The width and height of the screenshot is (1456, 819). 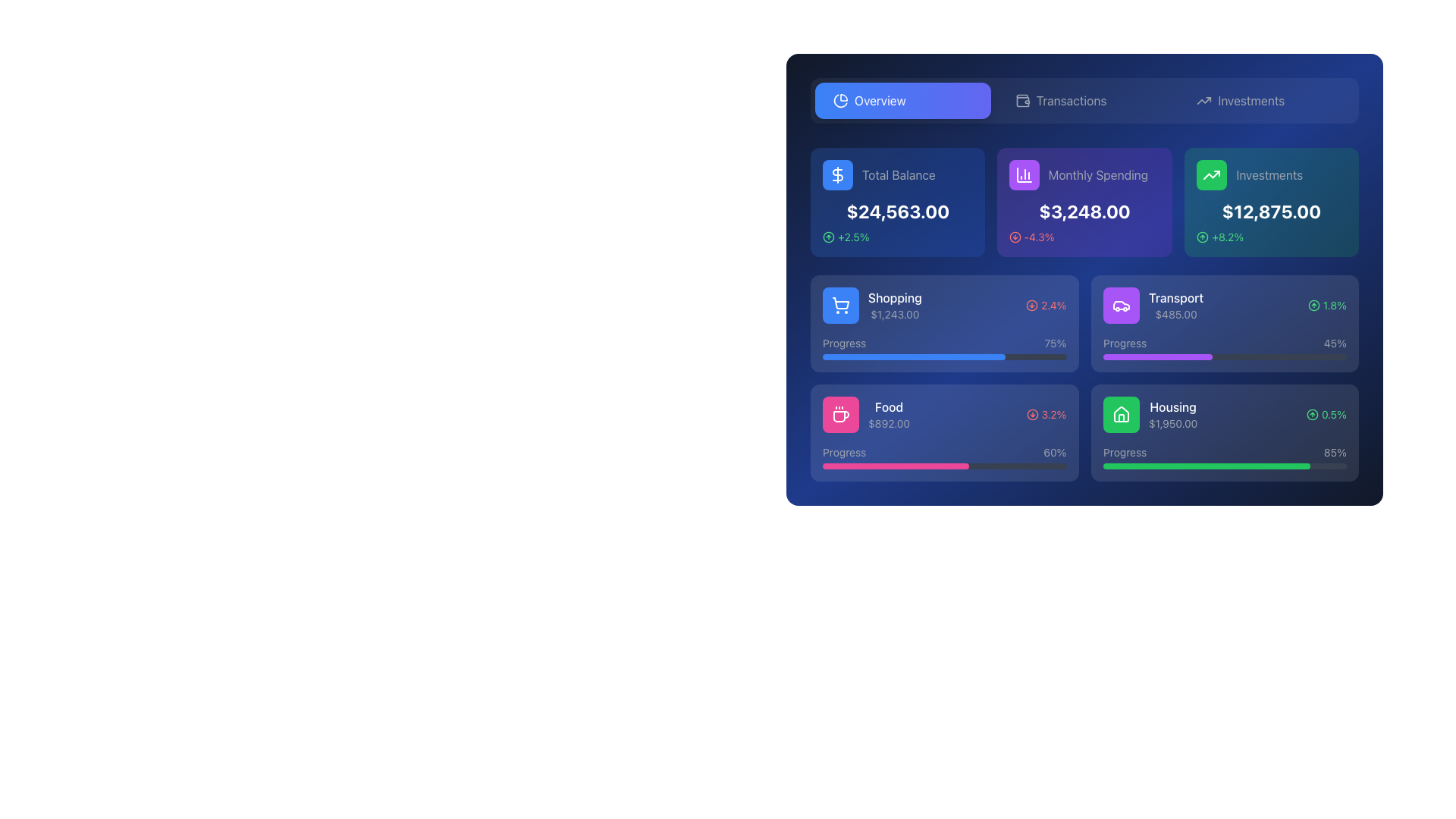 What do you see at coordinates (872, 305) in the screenshot?
I see `the text '$1,243.00'` at bounding box center [872, 305].